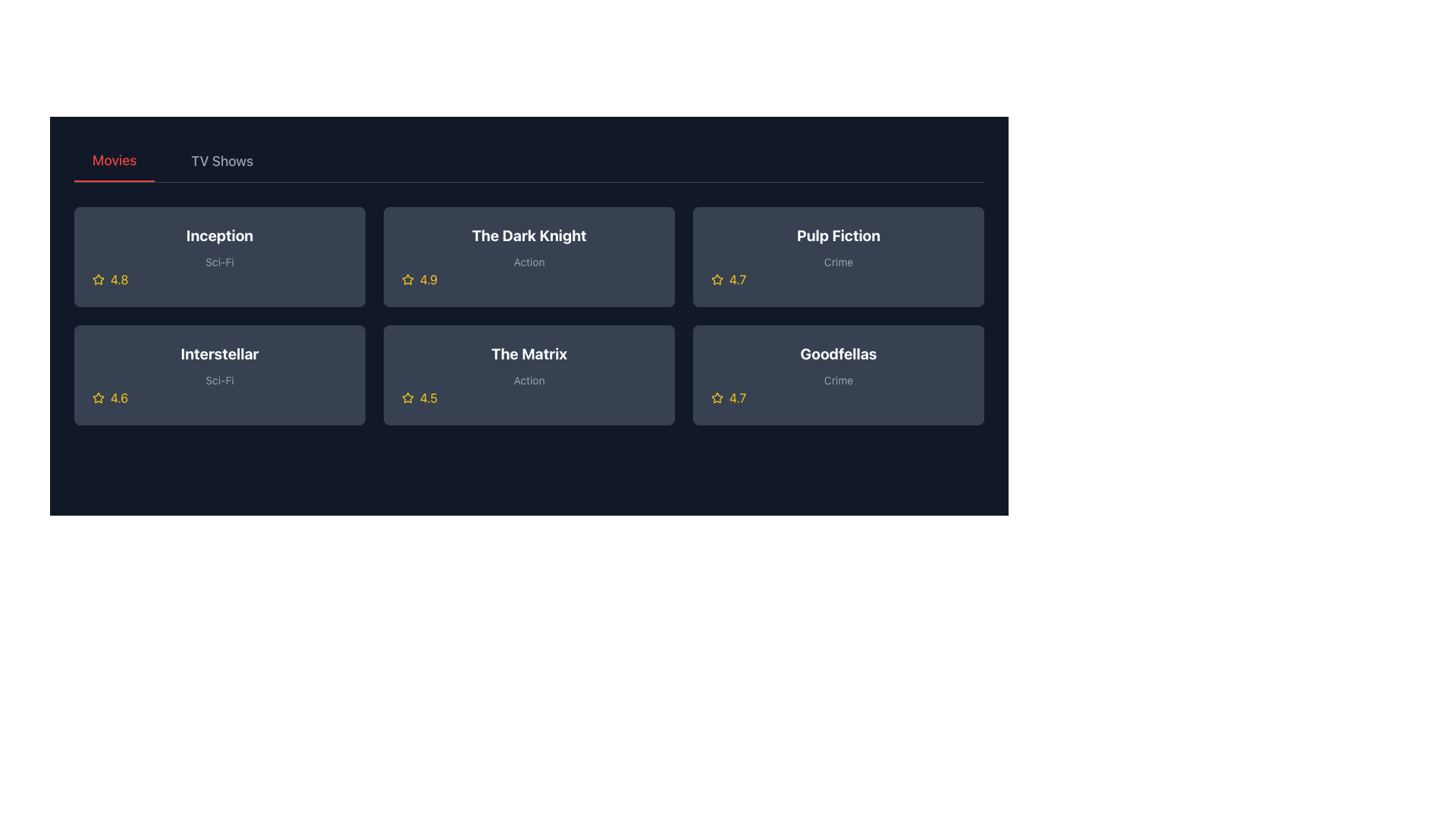 The height and width of the screenshot is (819, 1456). Describe the element at coordinates (428, 280) in the screenshot. I see `the text label displaying the numerical rating for 'The Dark Knight', located to the right of the yellow star icon in the rating section of the movie card` at that location.